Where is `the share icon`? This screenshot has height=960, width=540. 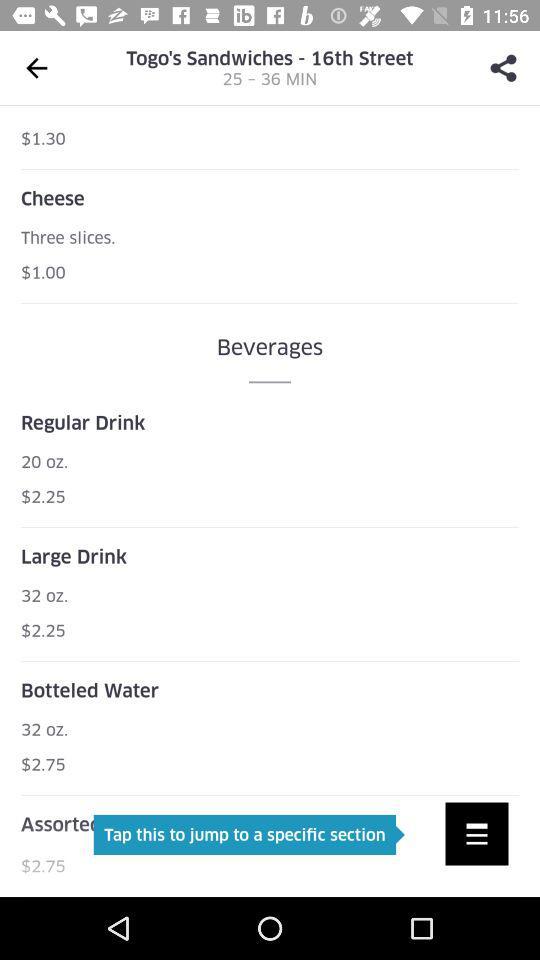
the share icon is located at coordinates (502, 68).